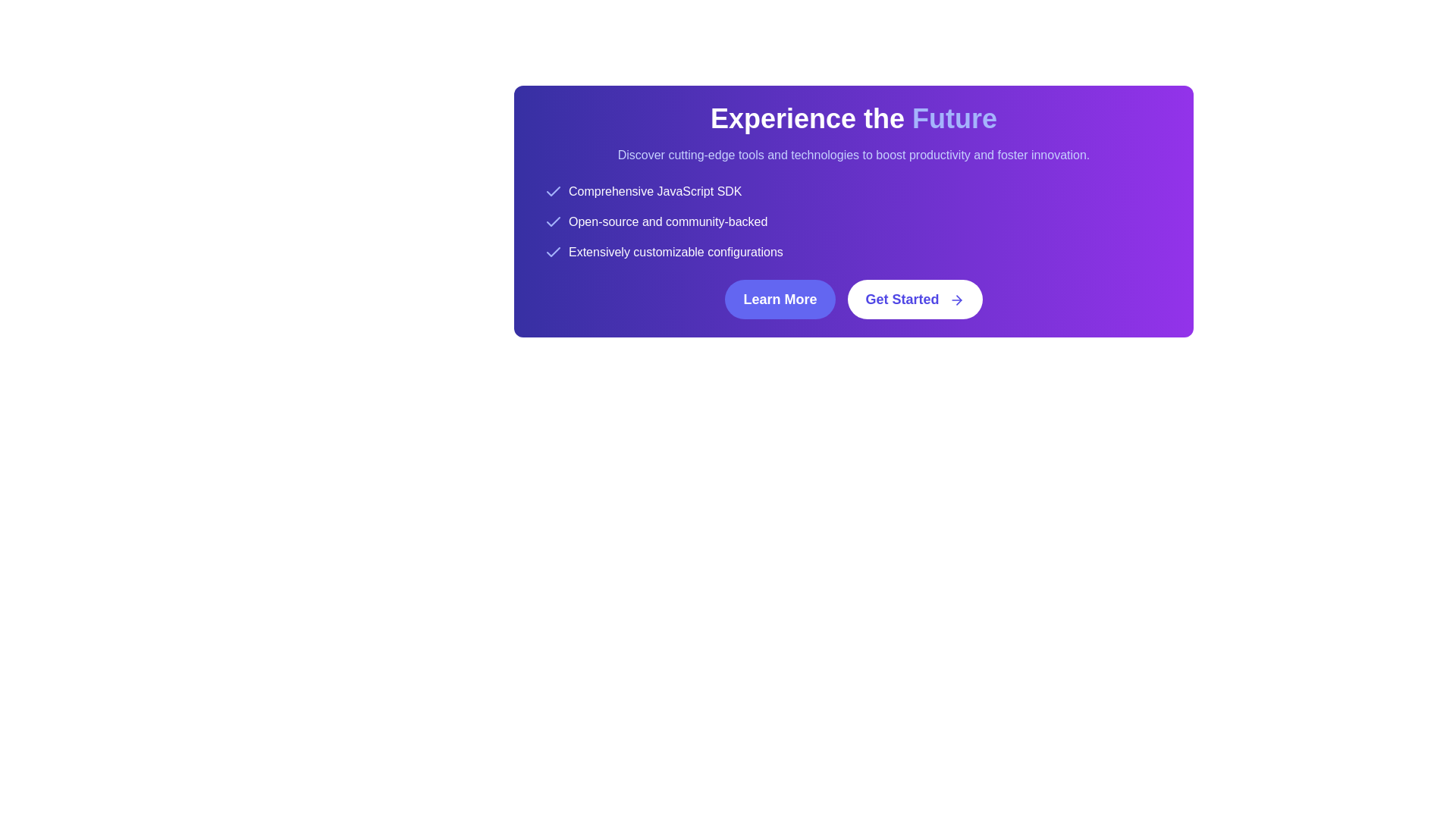  Describe the element at coordinates (667, 222) in the screenshot. I see `the text element that displays 'Open-source and community-backed' on a gradient purple background, which is the second bullet point in a vertical list` at that location.